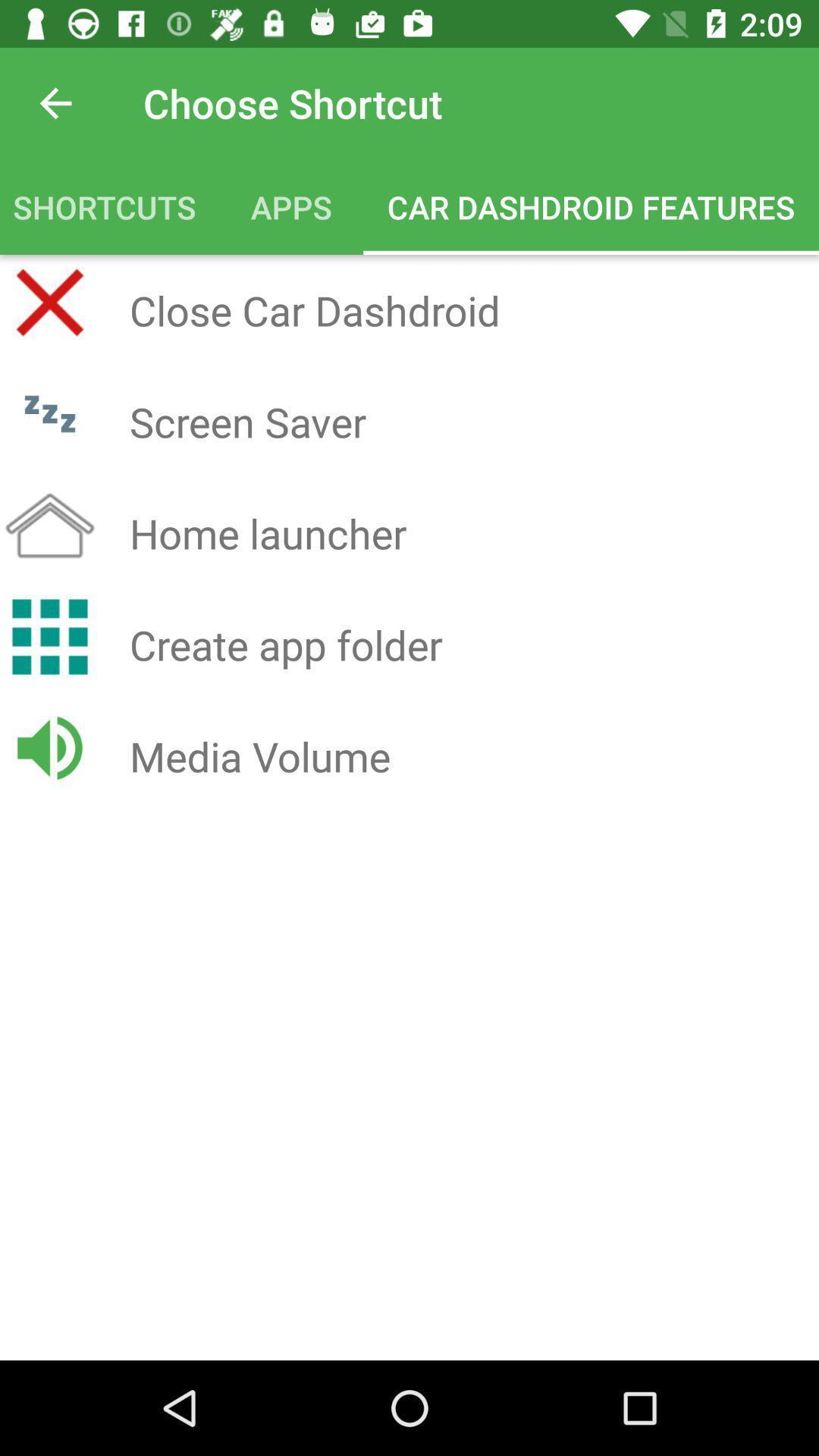 The height and width of the screenshot is (1456, 819). I want to click on the icon next to choose shortcut icon, so click(55, 102).